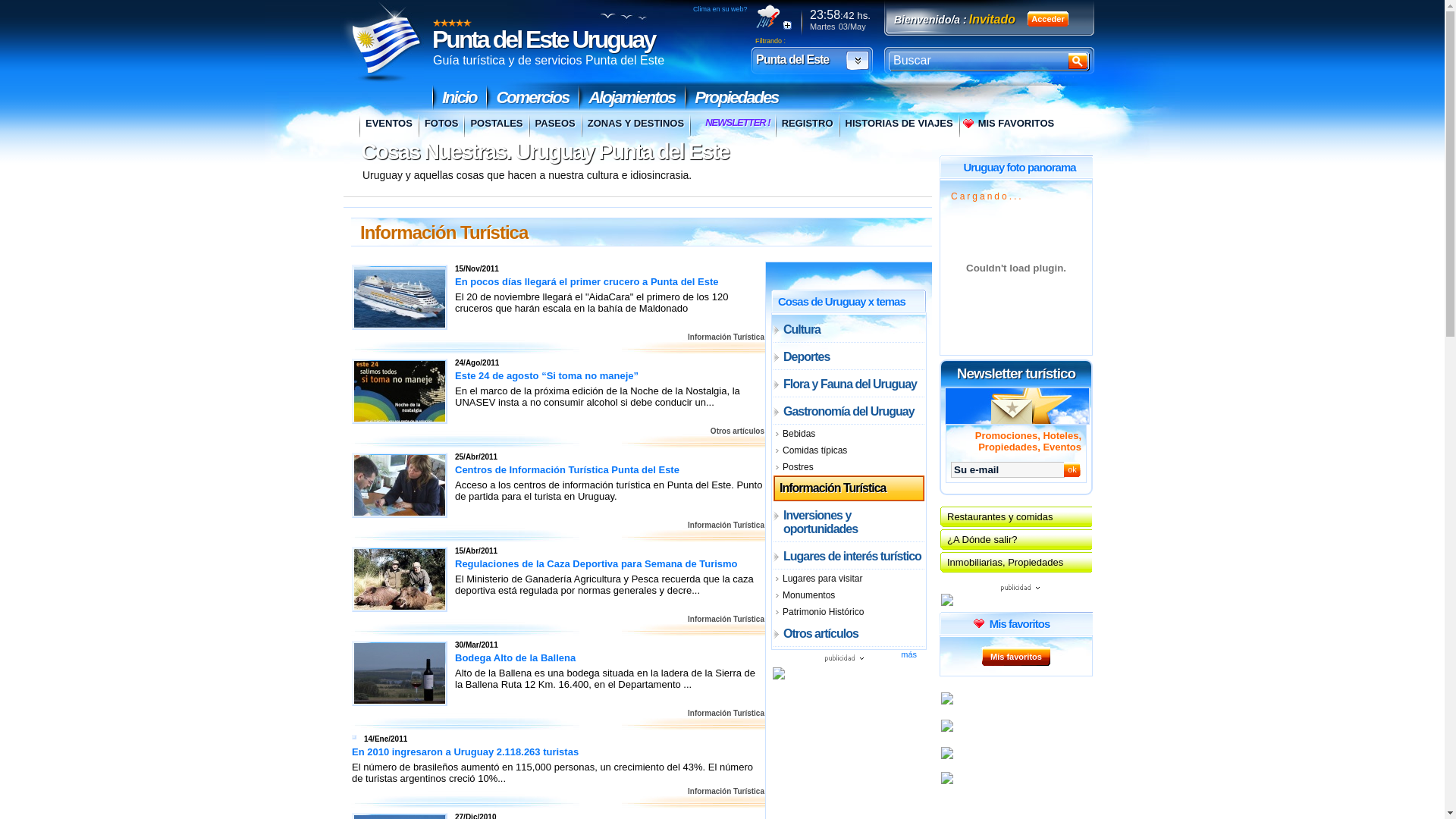  I want to click on 'Cosas de Uruguay x temas', so click(840, 300).